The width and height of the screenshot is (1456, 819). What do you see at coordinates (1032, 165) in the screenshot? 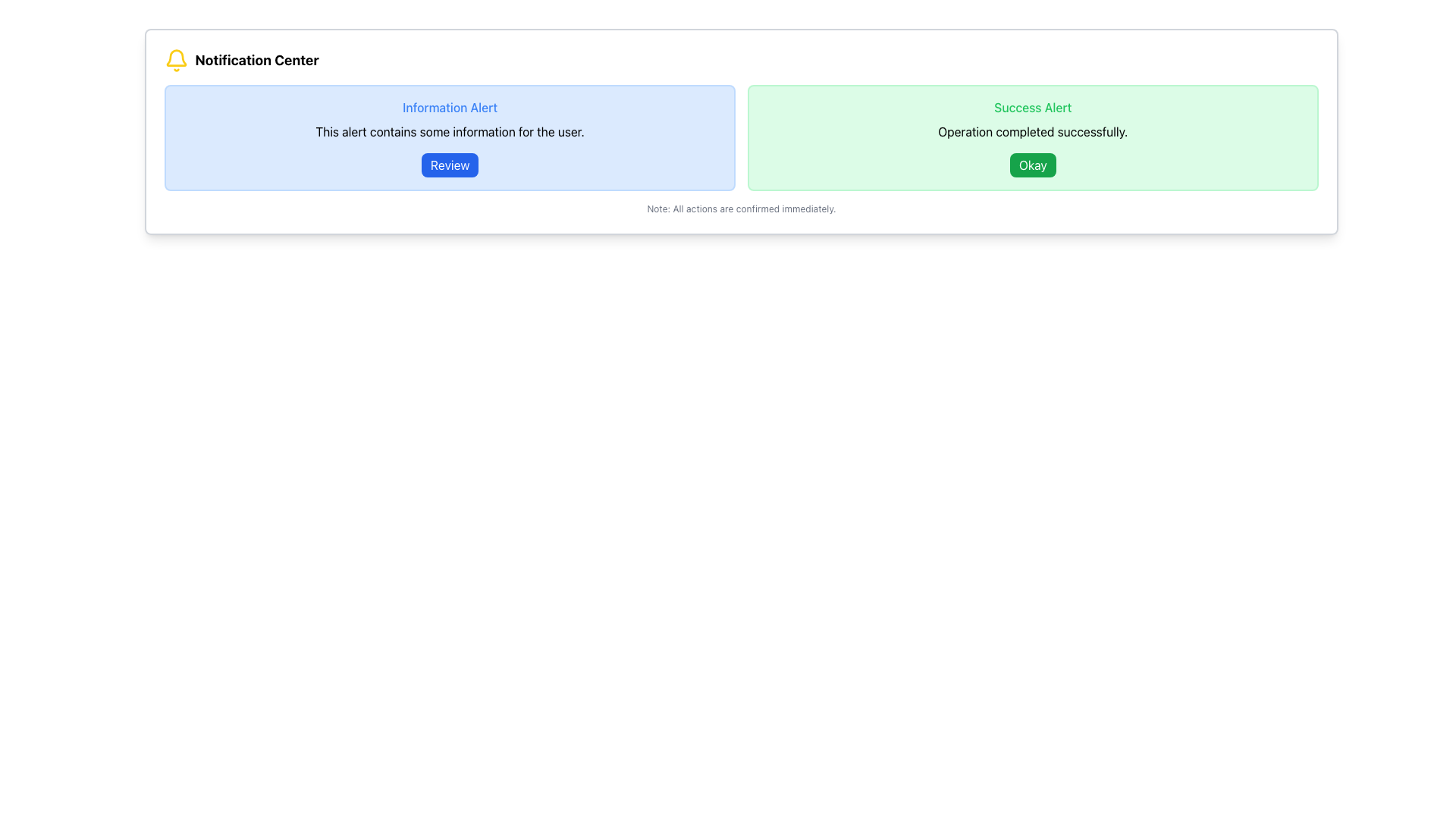
I see `the confirmation button located in the bottom-right corner of the green alert box titled 'Success Alert'` at bounding box center [1032, 165].